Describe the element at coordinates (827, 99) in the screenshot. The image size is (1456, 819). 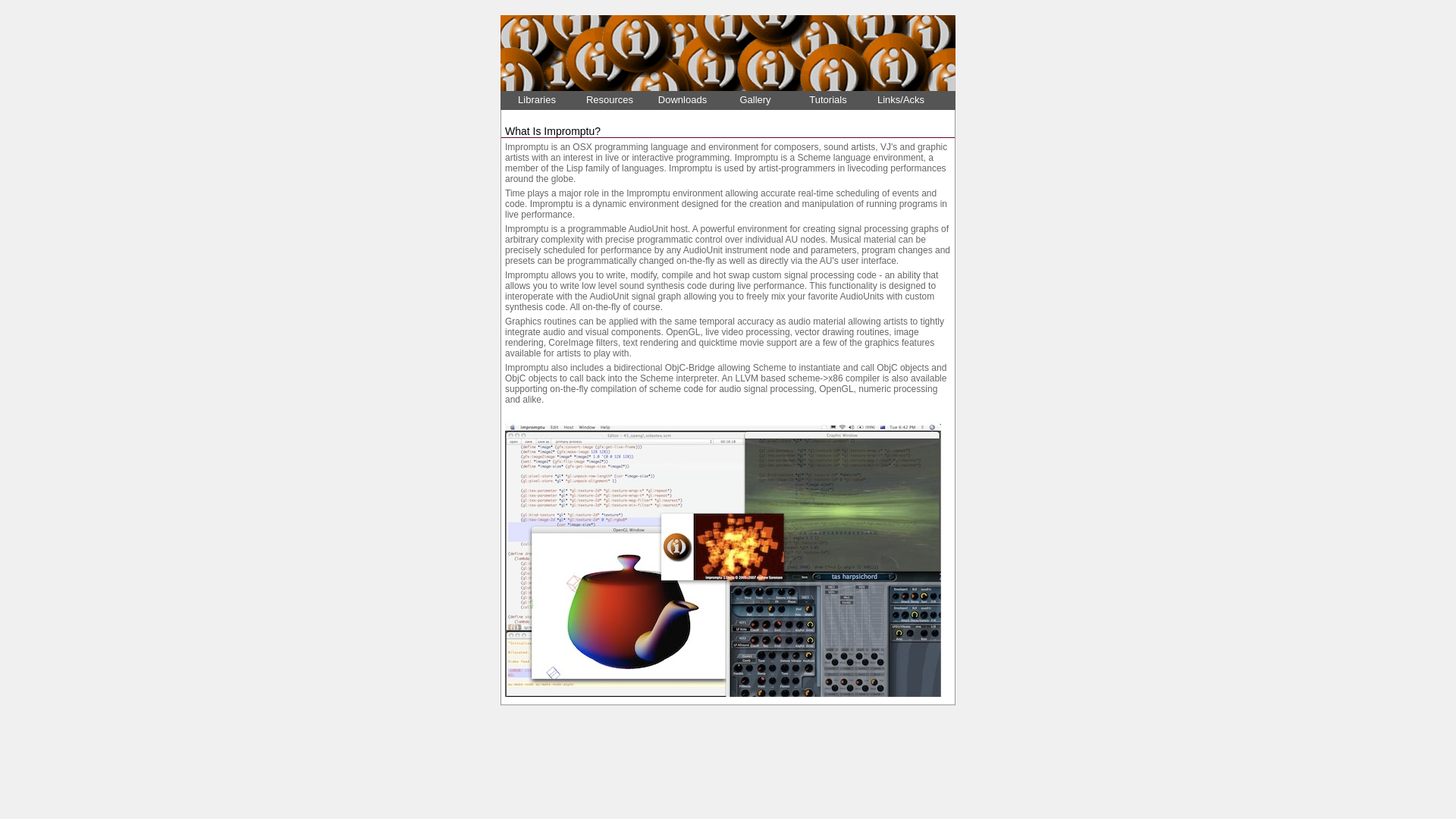
I see `'Tutorials'` at that location.